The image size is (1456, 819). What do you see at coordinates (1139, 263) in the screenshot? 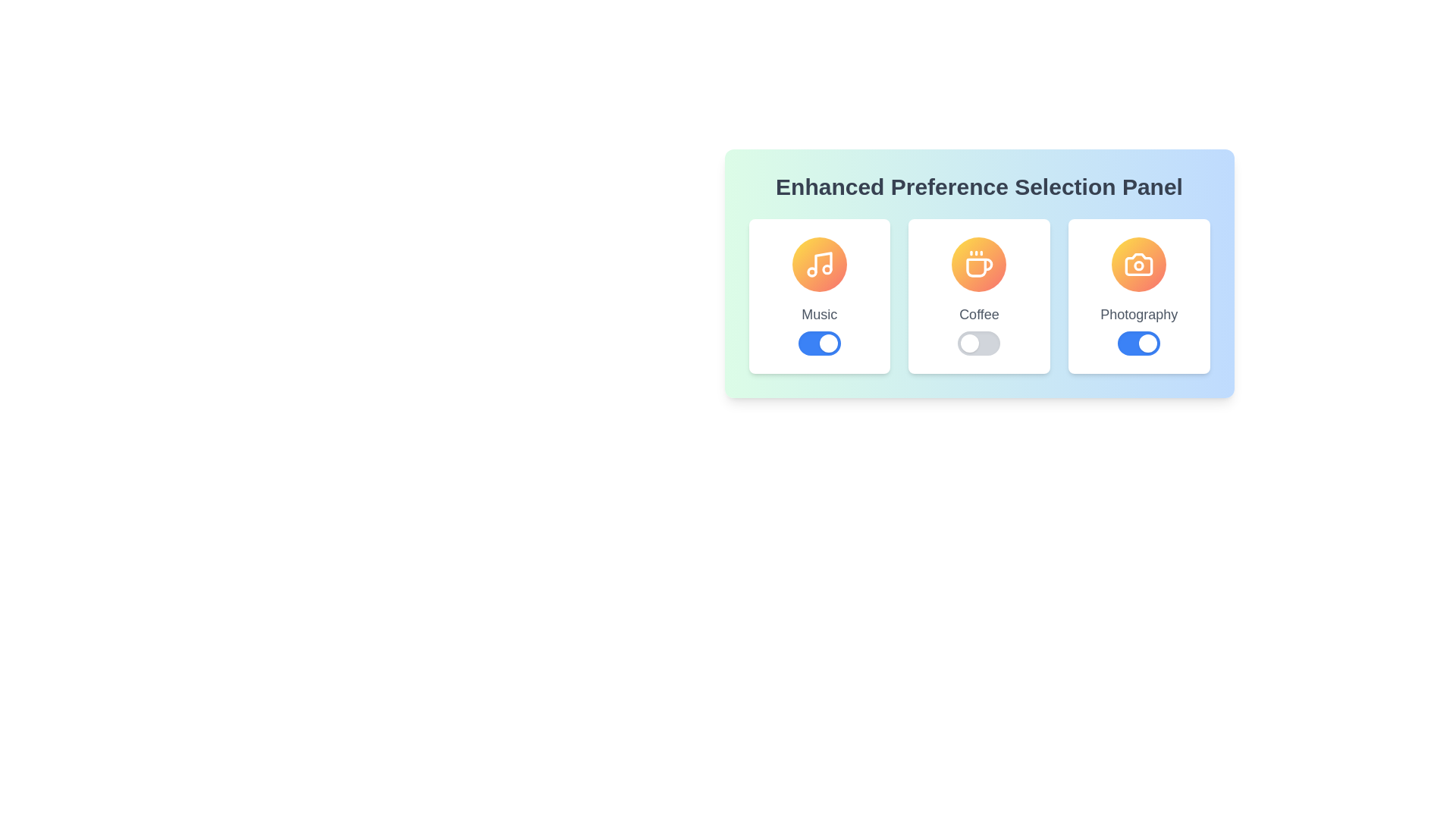
I see `the icon for Photography` at bounding box center [1139, 263].